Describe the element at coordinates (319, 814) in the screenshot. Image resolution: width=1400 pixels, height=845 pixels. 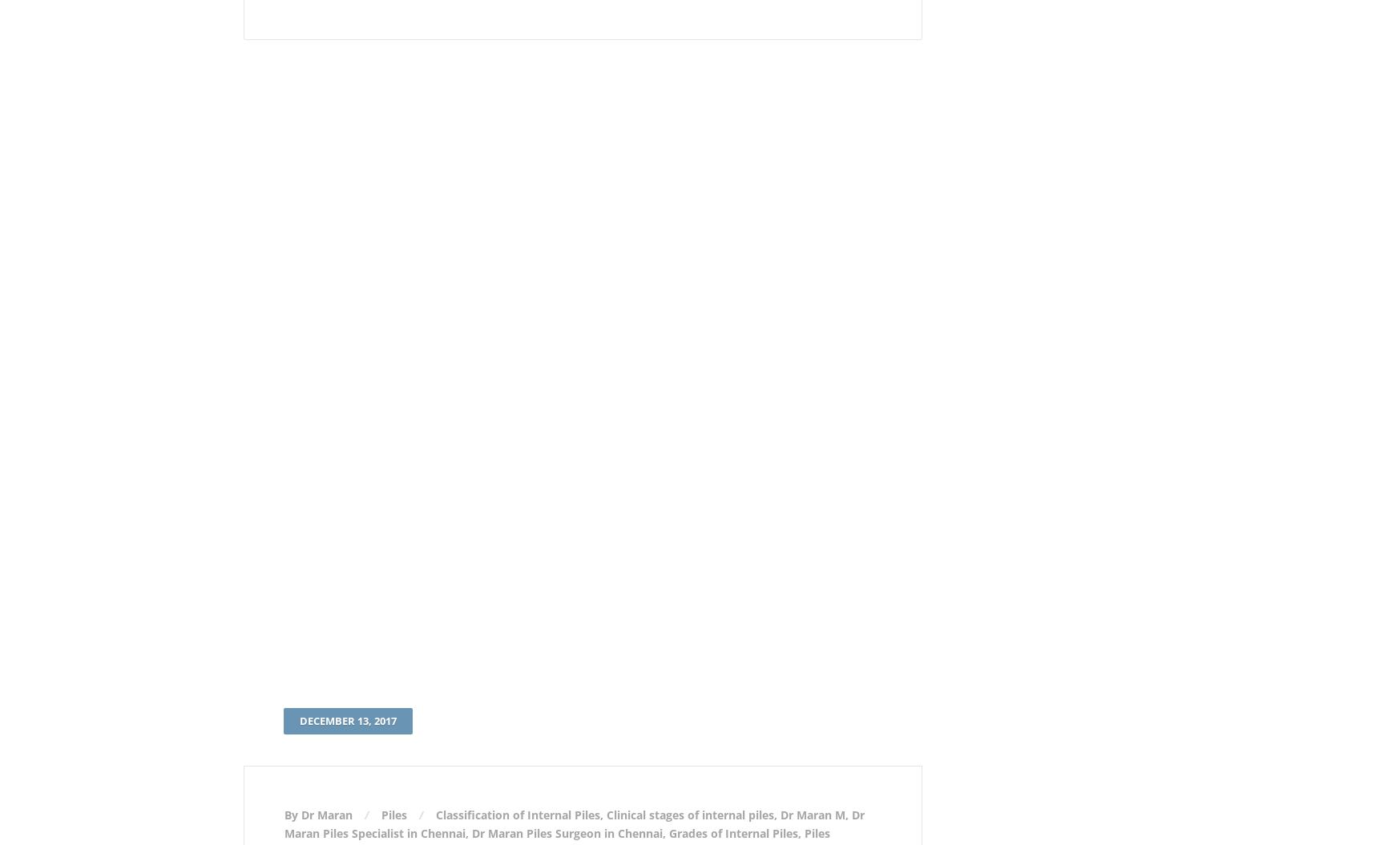
I see `'By  Dr Maran'` at that location.